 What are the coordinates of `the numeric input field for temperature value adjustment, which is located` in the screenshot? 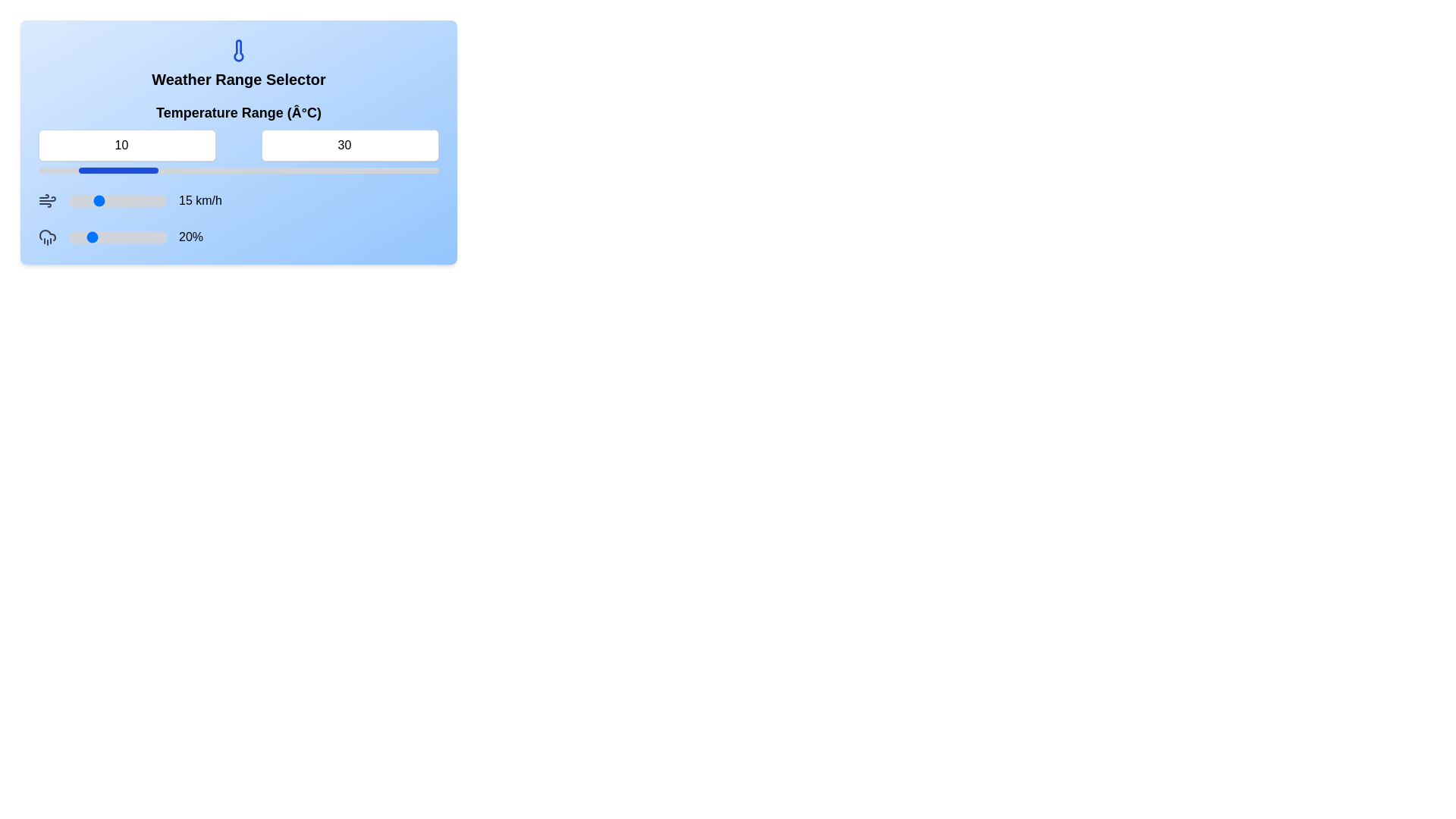 It's located at (349, 146).